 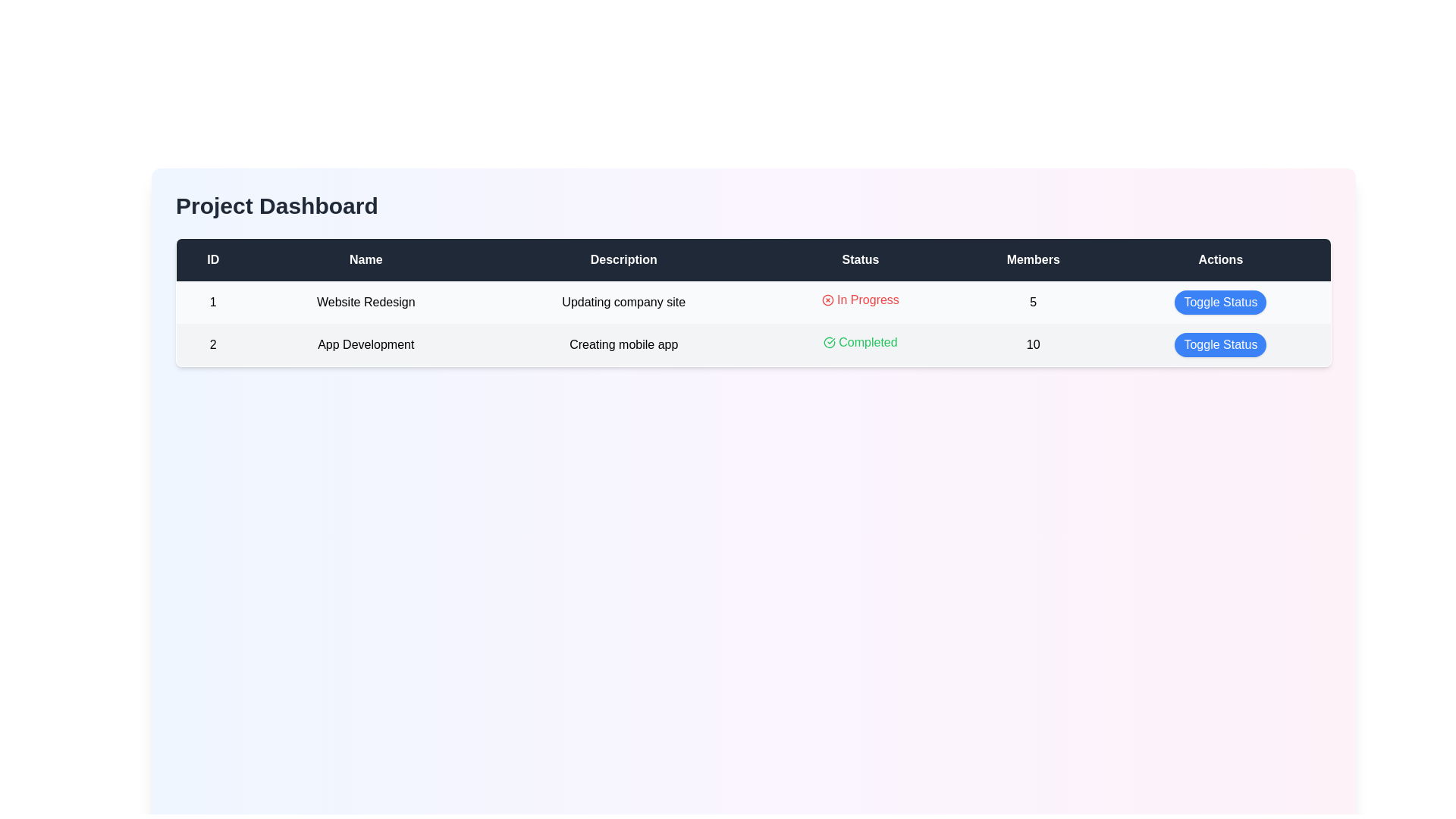 I want to click on the text label displaying the member count for the project in the fifth column of the first row, located between the 'Status' and 'Actions' columns, so click(x=1032, y=302).